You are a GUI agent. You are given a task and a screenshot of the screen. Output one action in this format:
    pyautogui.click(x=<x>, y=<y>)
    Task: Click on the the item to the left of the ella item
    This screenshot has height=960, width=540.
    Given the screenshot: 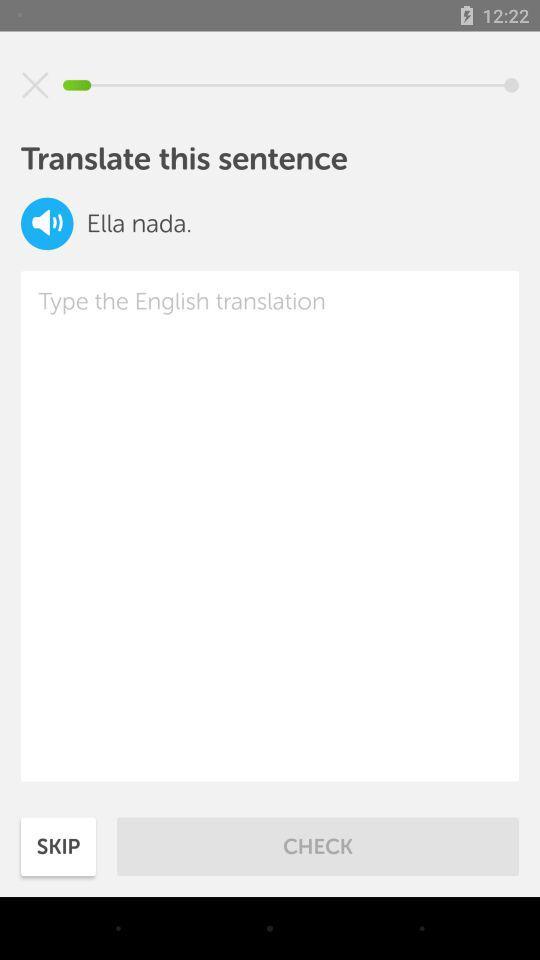 What is the action you would take?
    pyautogui.click(x=47, y=223)
    